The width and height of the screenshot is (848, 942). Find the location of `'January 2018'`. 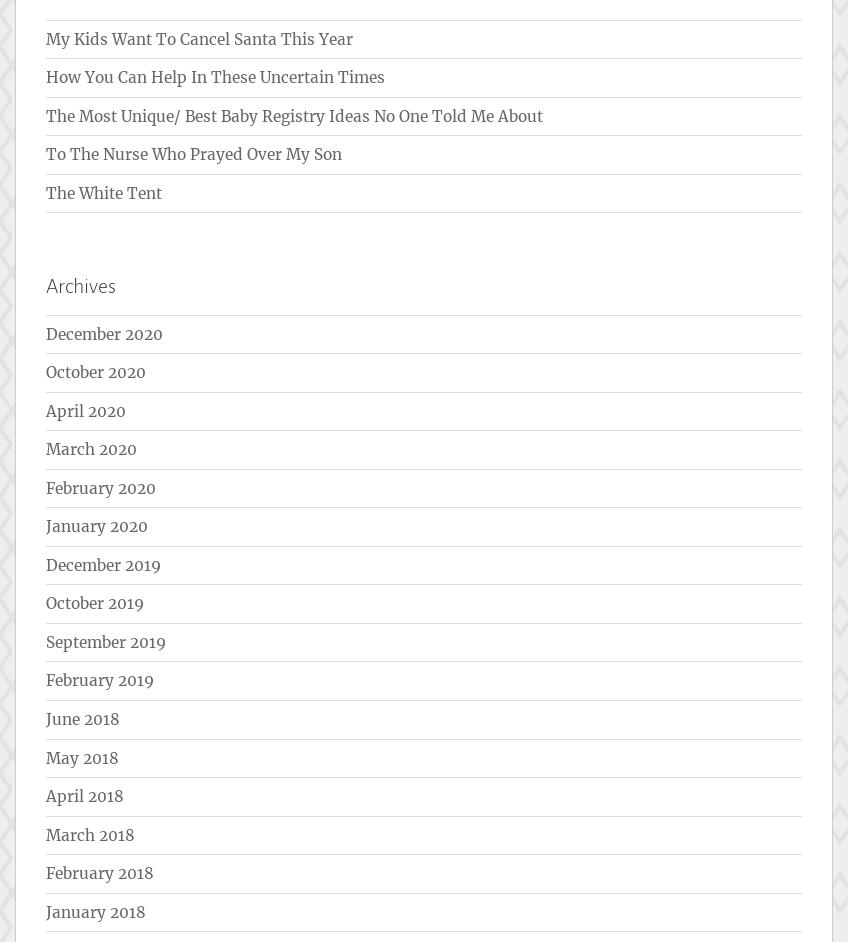

'January 2018' is located at coordinates (95, 910).